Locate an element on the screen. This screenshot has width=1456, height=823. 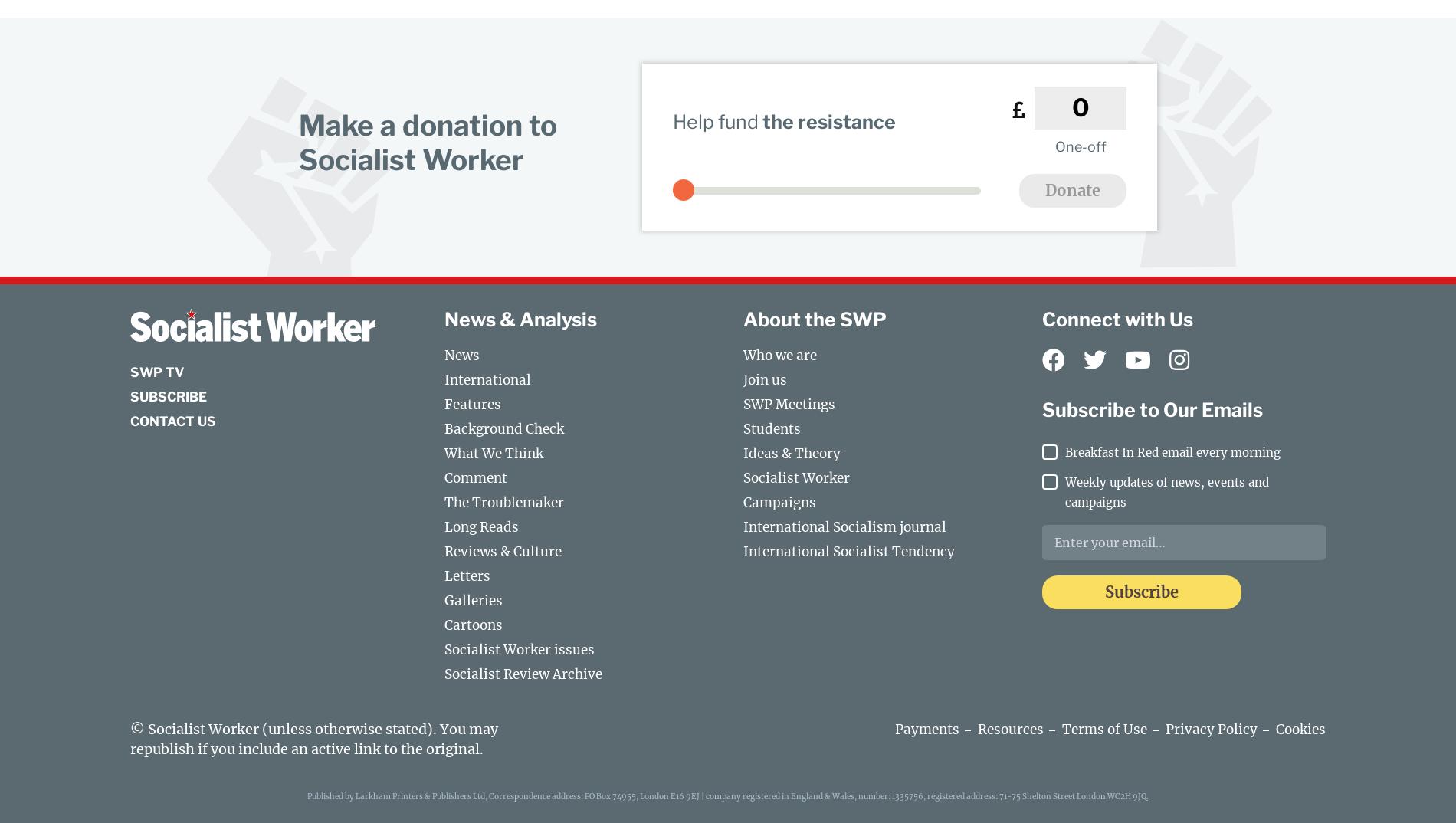
'Reviews & Culture' is located at coordinates (503, 552).